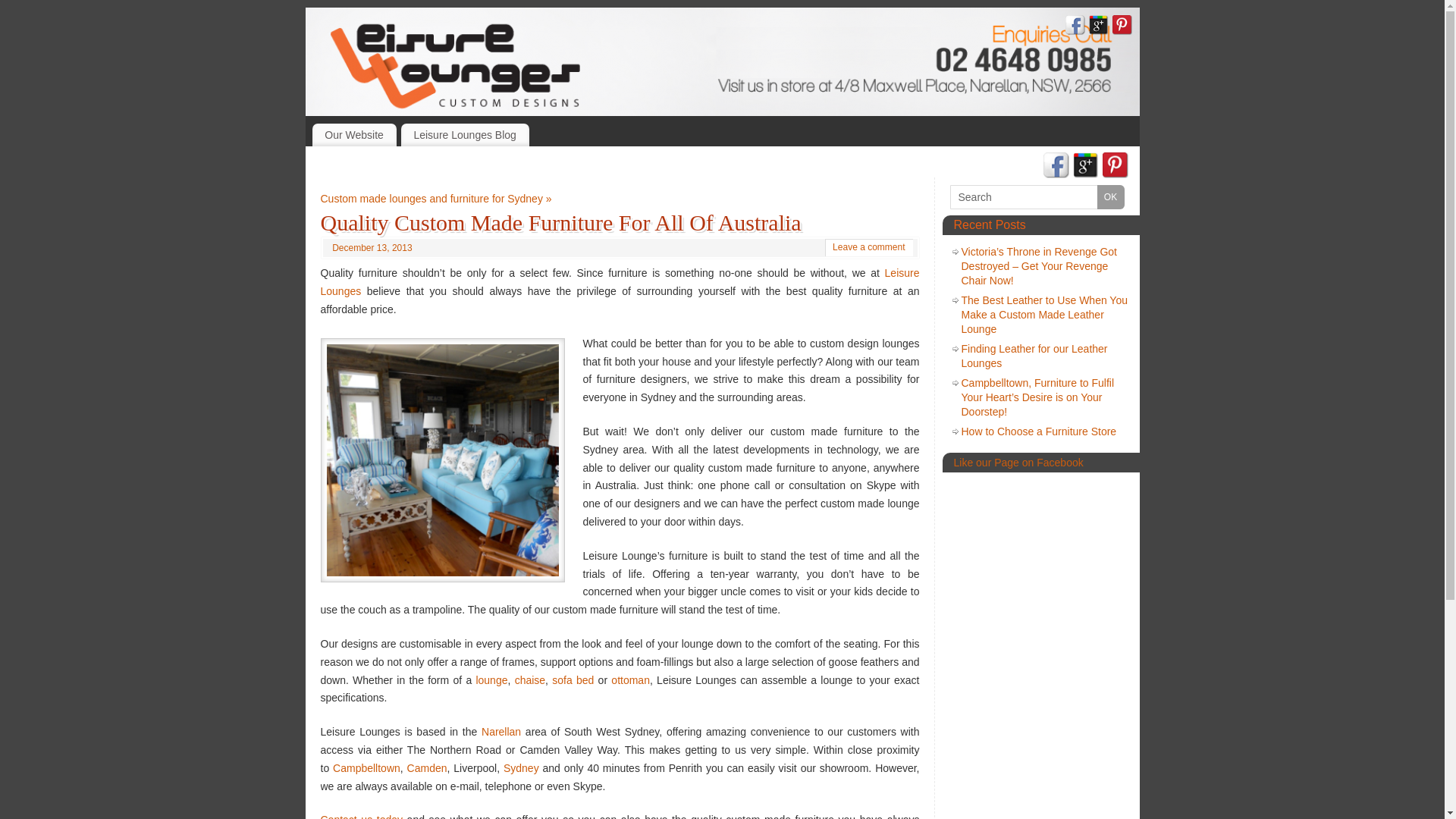  I want to click on 'blue lounge arrangement', so click(441, 459).